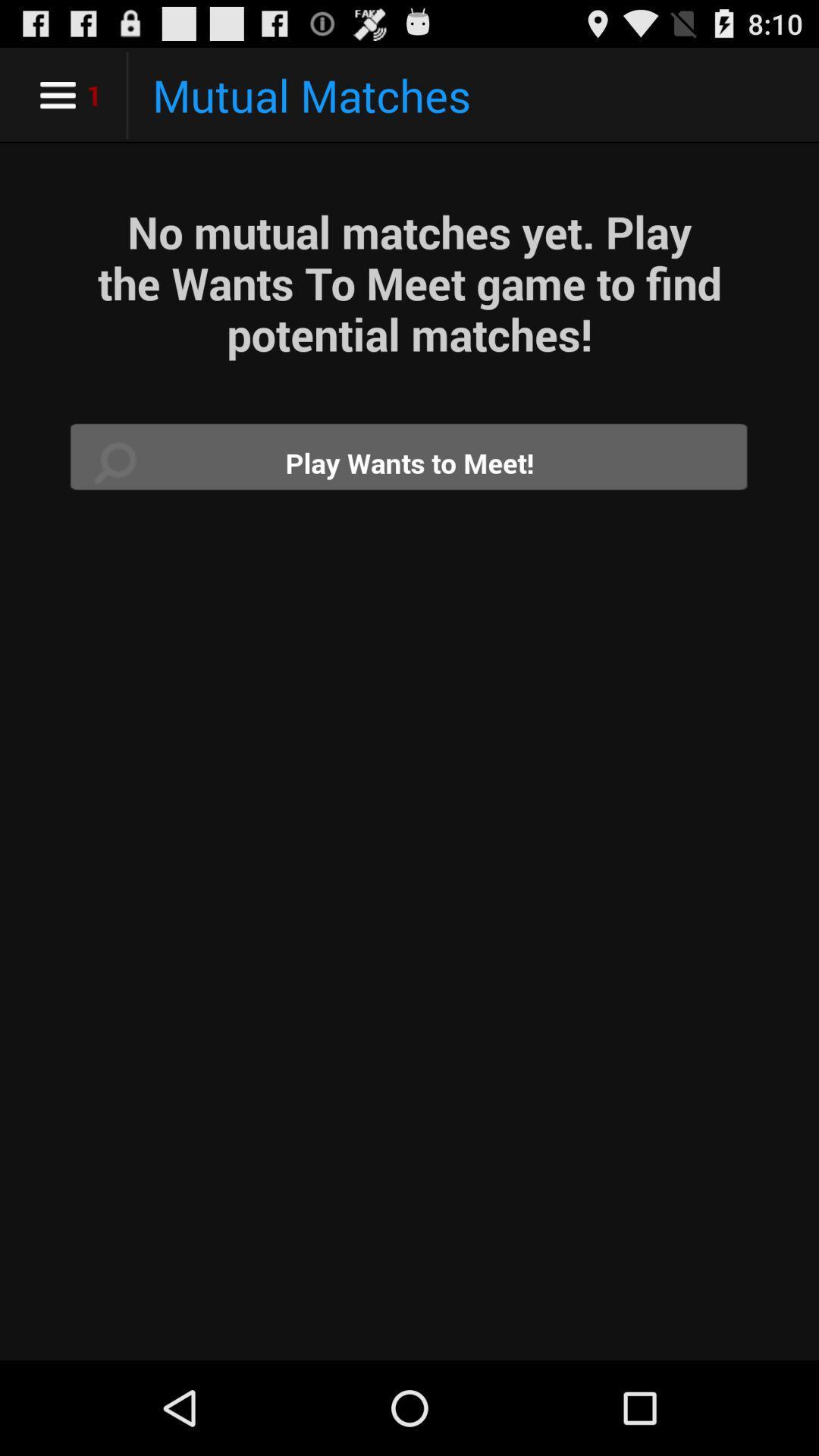 The image size is (819, 1456). I want to click on option selector, so click(409, 462).